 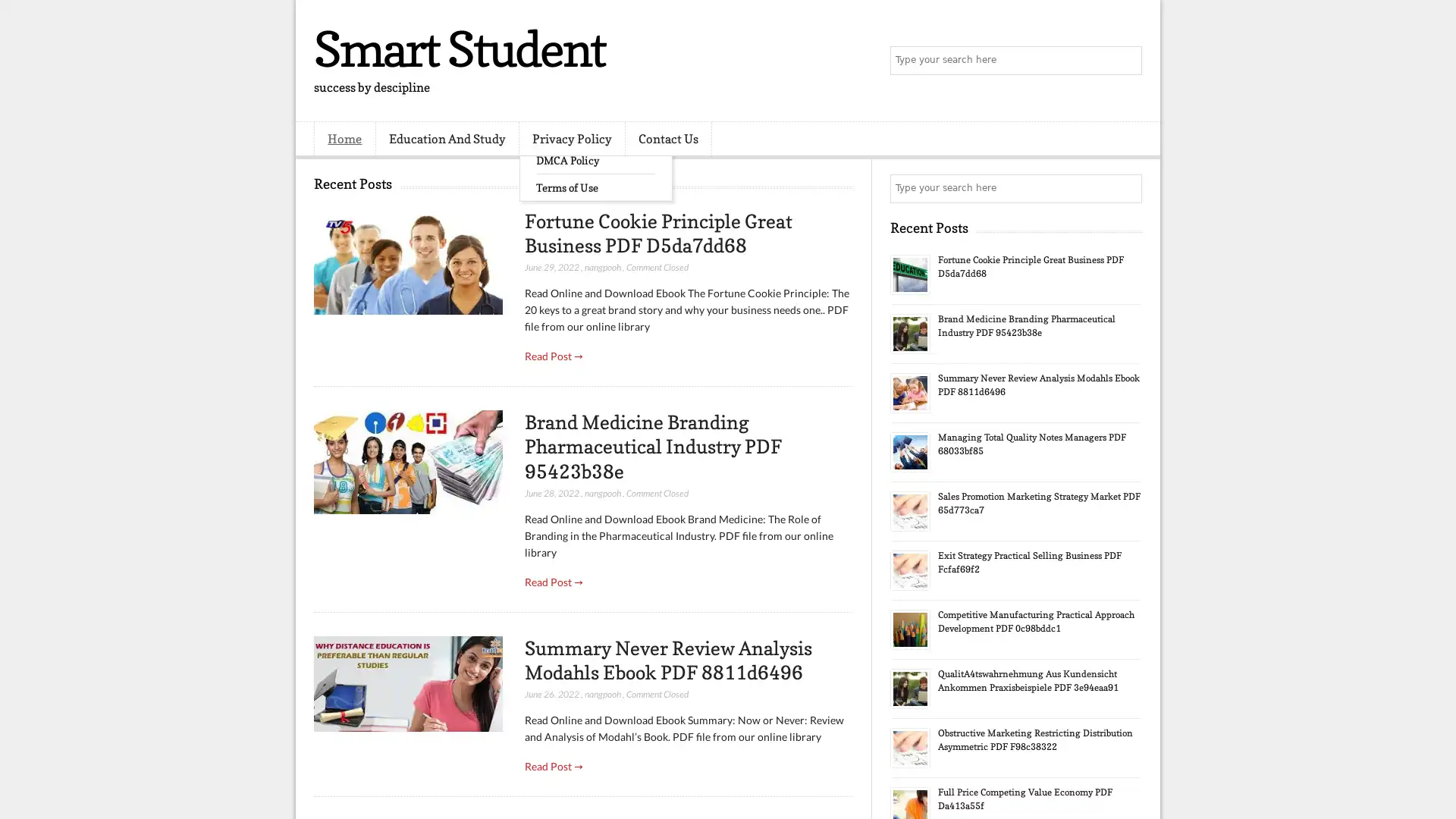 I want to click on Search, so click(x=1126, y=61).